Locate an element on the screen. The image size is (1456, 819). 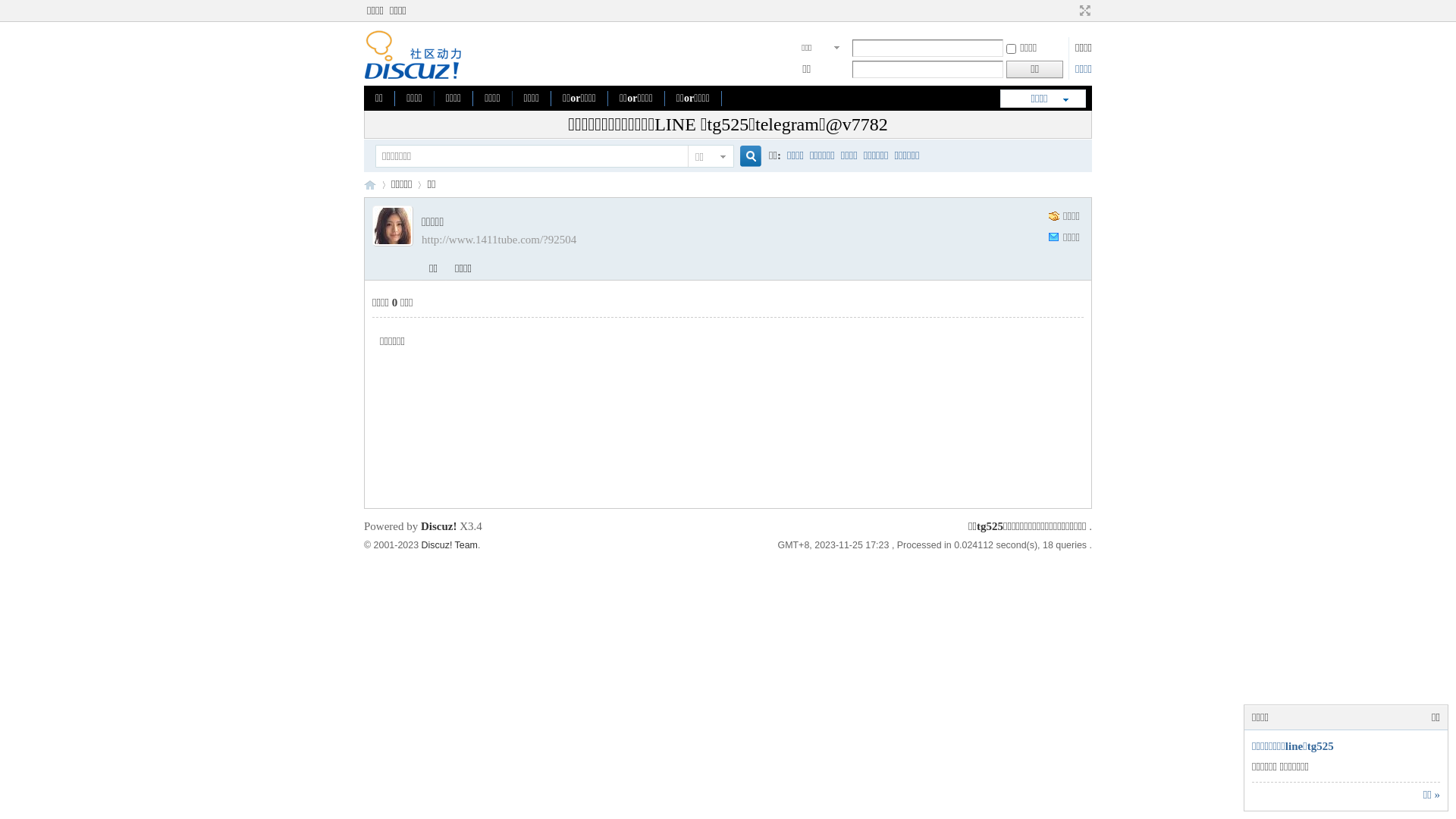
'Discuz! Team' is located at coordinates (449, 544).